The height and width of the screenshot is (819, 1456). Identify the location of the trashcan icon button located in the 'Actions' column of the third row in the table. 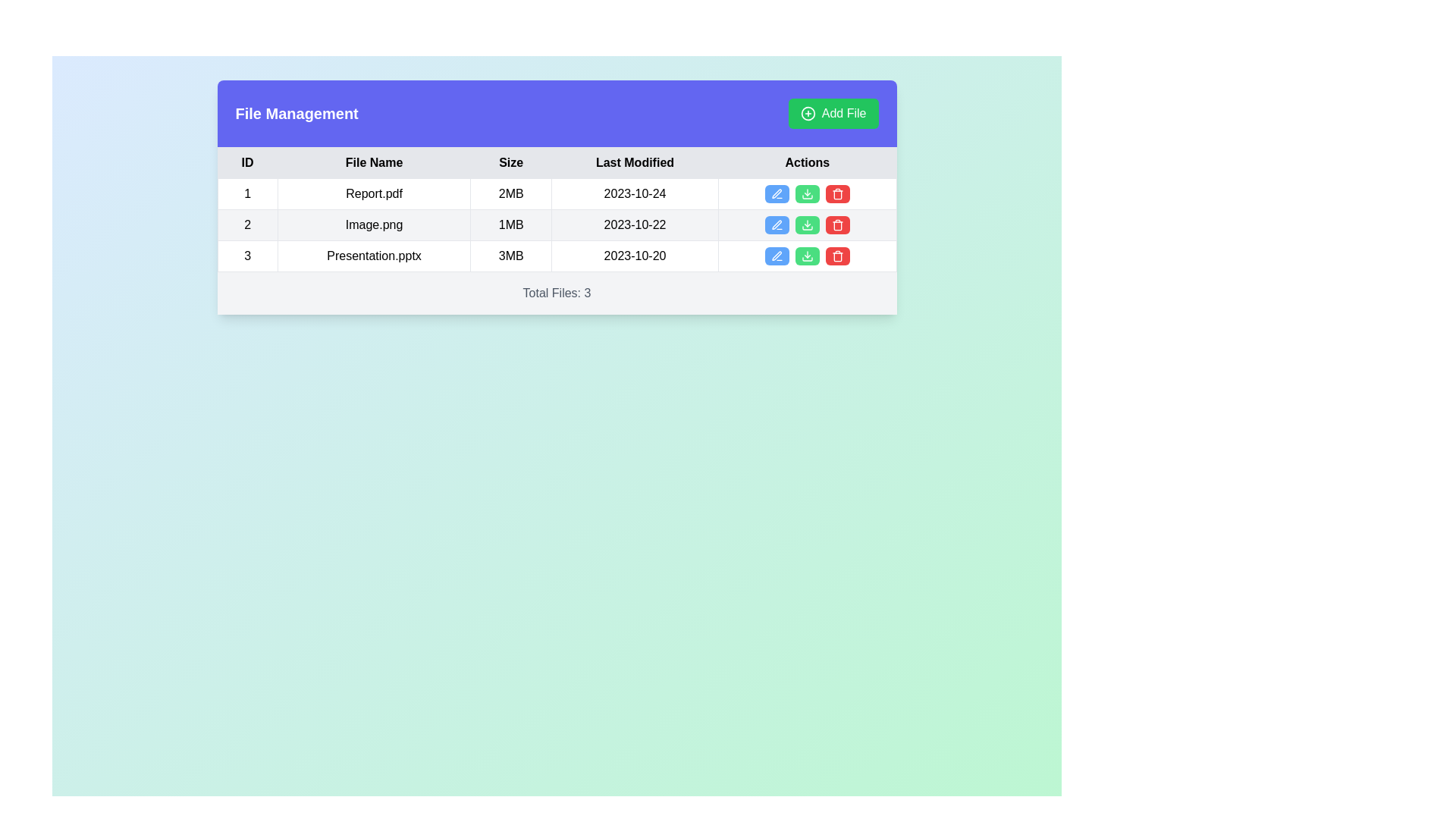
(836, 256).